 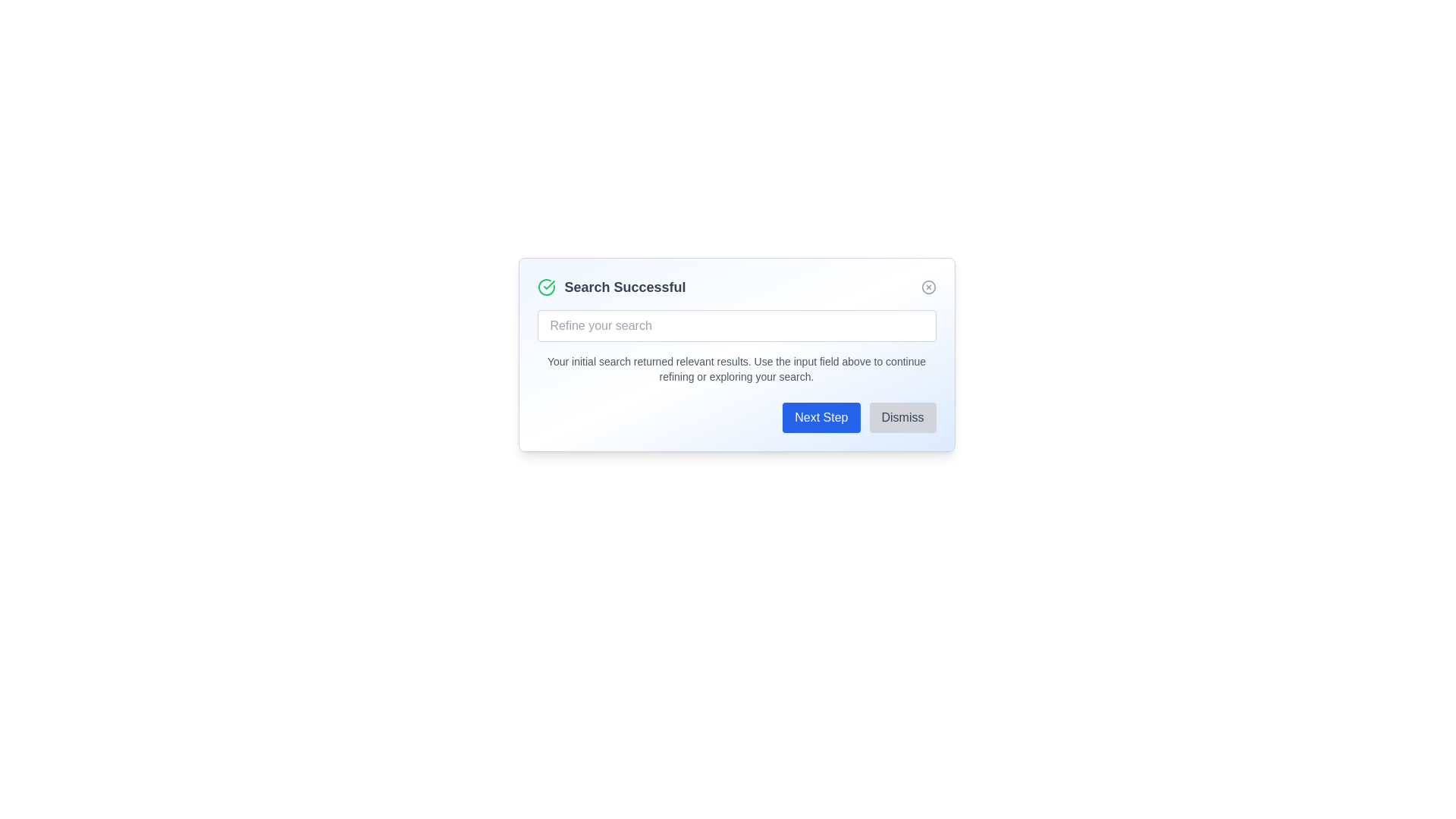 I want to click on the 'Dismiss' button to close the alert, so click(x=902, y=418).